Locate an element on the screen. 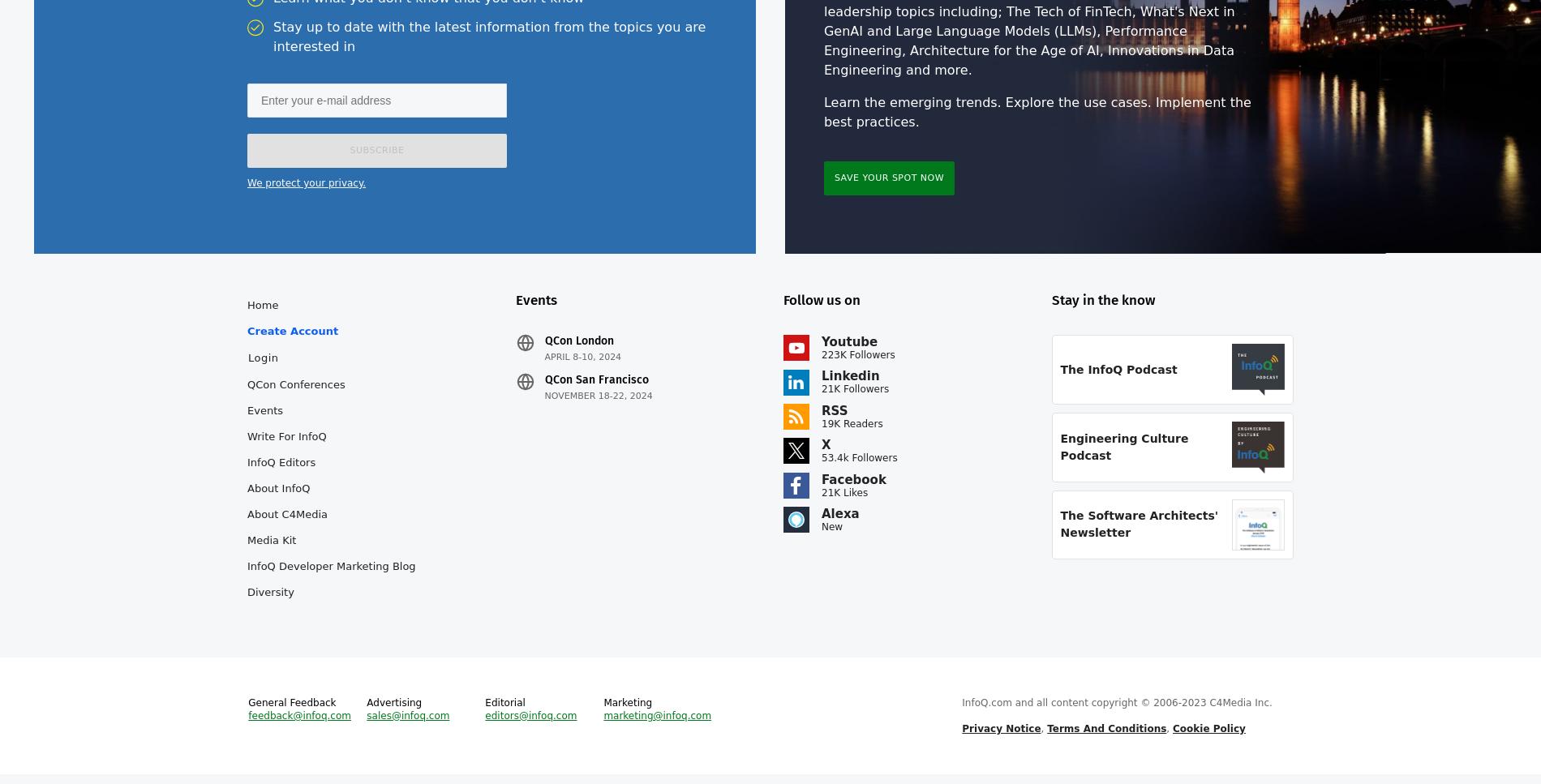 This screenshot has width=1541, height=784. 'Stay in the know' is located at coordinates (1101, 310).